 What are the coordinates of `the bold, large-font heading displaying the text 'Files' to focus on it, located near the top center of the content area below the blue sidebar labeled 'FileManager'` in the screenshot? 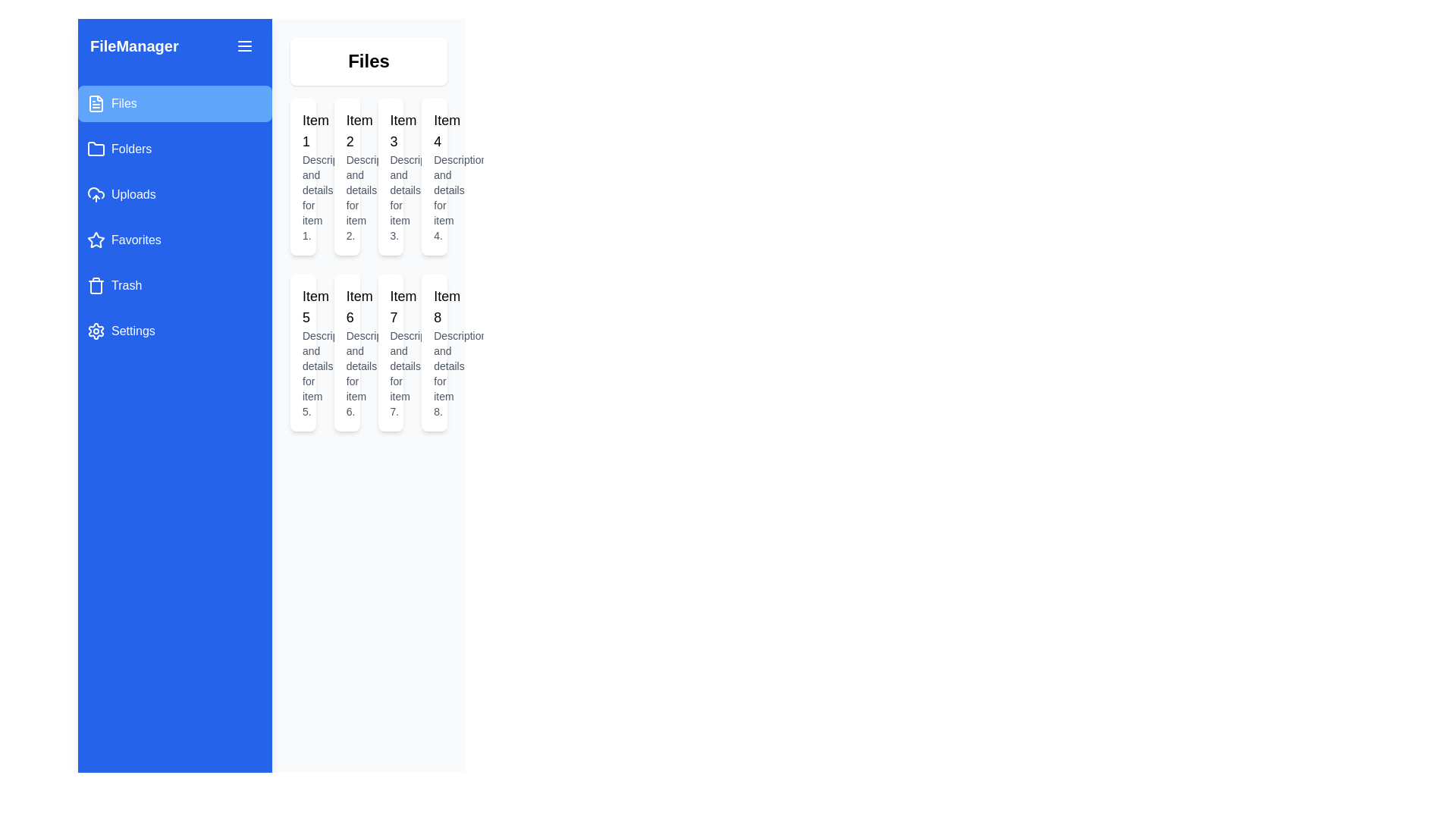 It's located at (369, 61).